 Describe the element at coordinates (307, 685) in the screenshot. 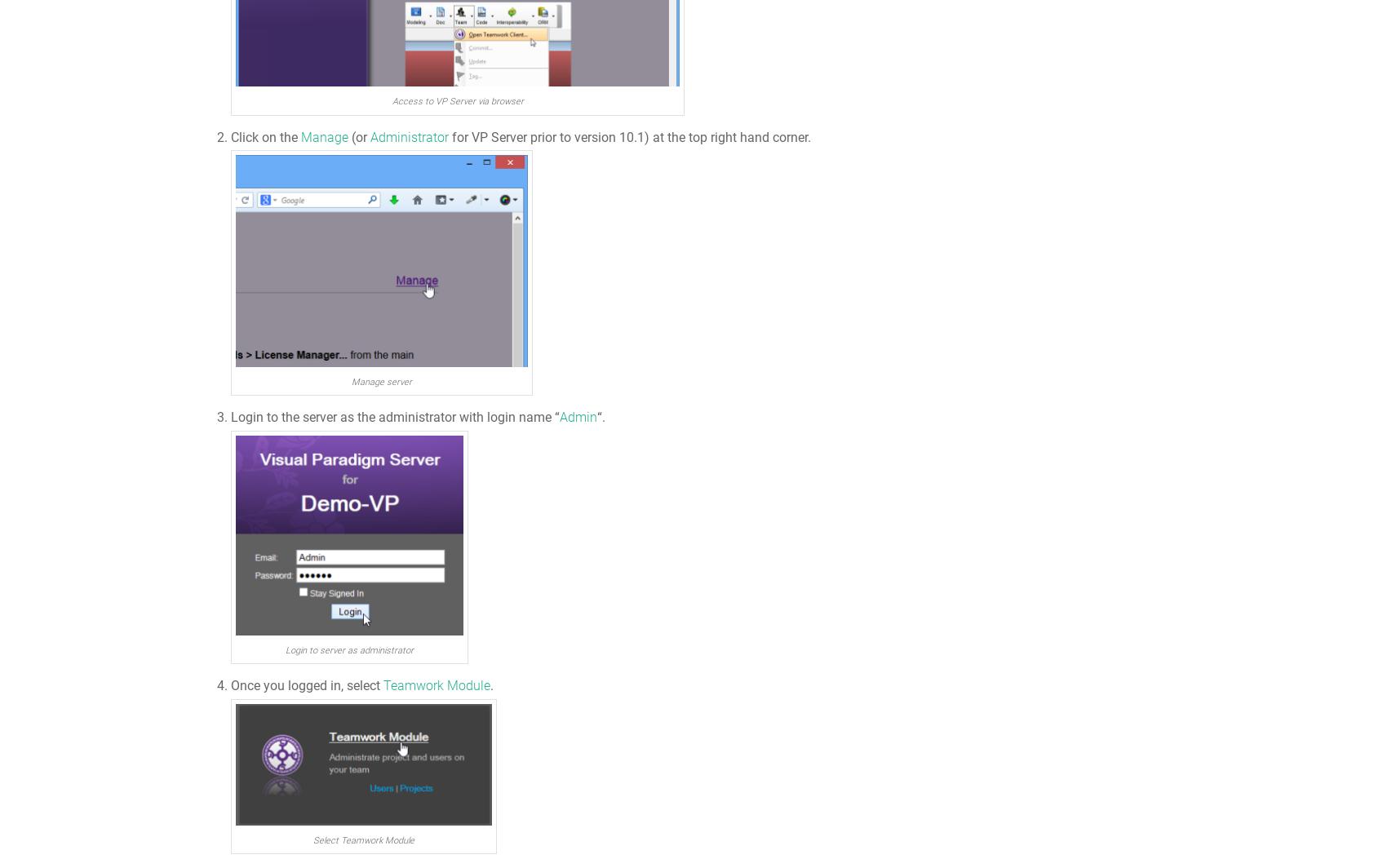

I see `'Once you logged in, select'` at that location.